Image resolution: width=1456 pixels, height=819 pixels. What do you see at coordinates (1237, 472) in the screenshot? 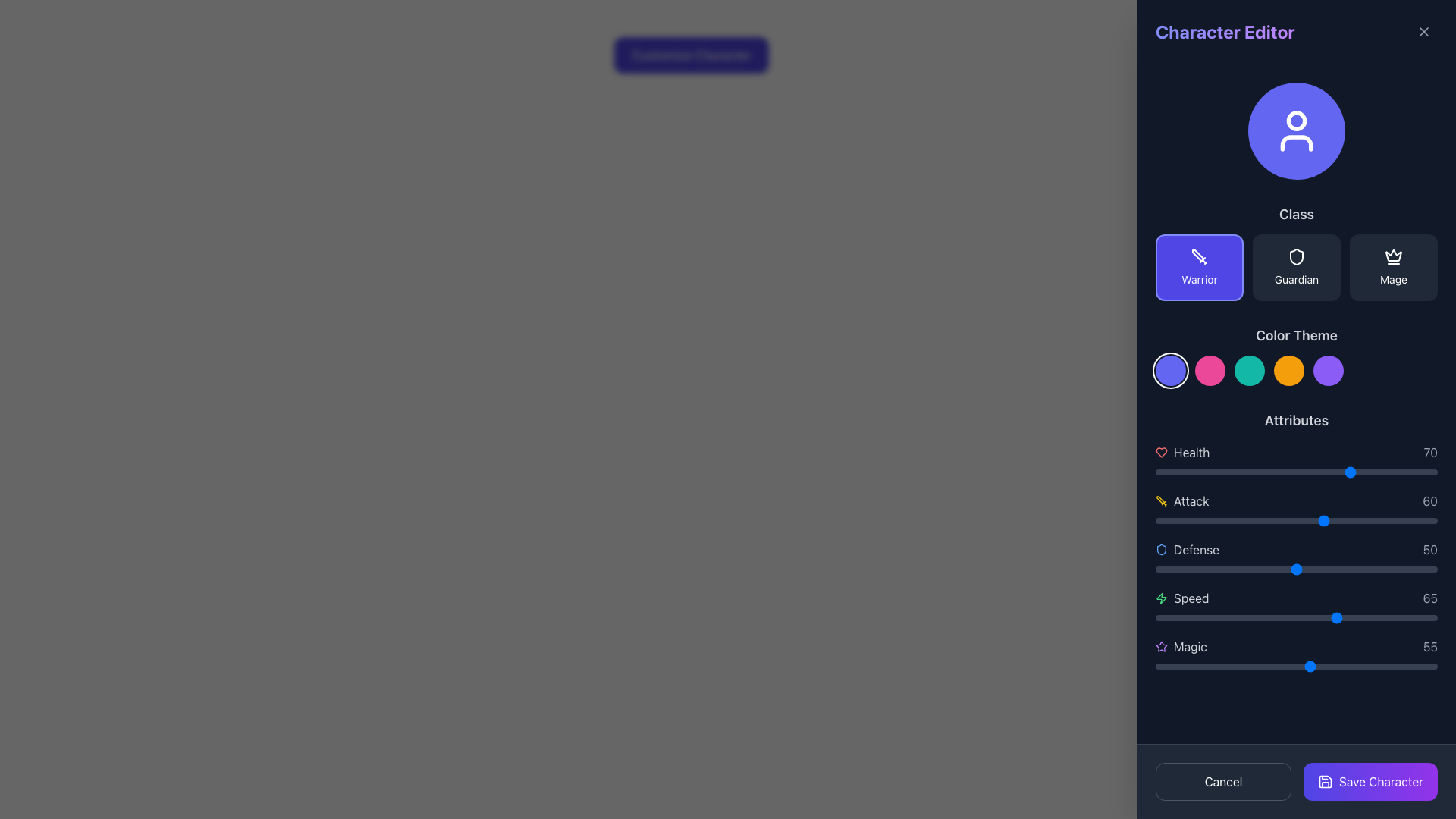
I see `health level` at bounding box center [1237, 472].